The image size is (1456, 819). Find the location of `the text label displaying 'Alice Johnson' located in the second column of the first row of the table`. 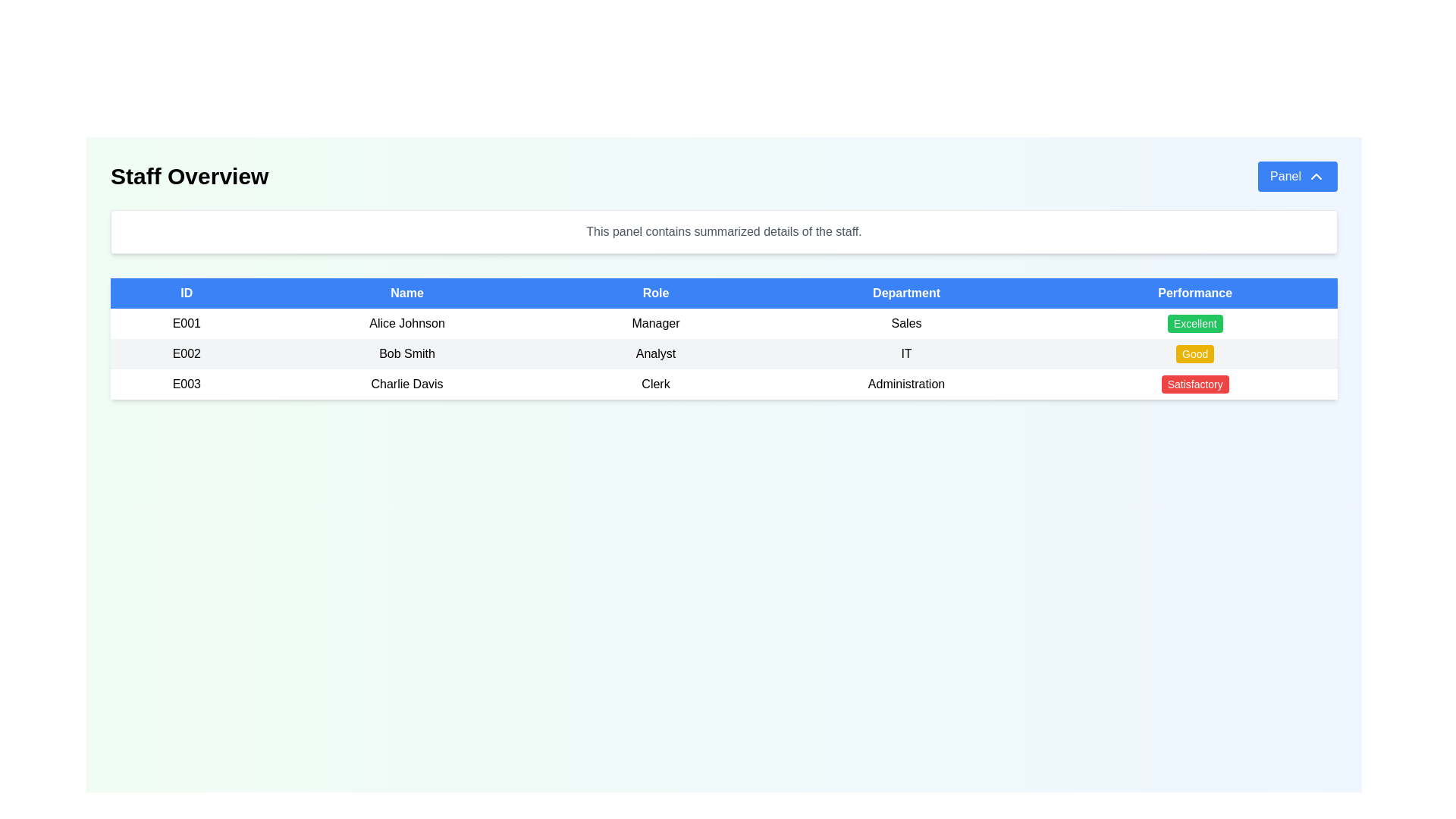

the text label displaying 'Alice Johnson' located in the second column of the first row of the table is located at coordinates (407, 323).